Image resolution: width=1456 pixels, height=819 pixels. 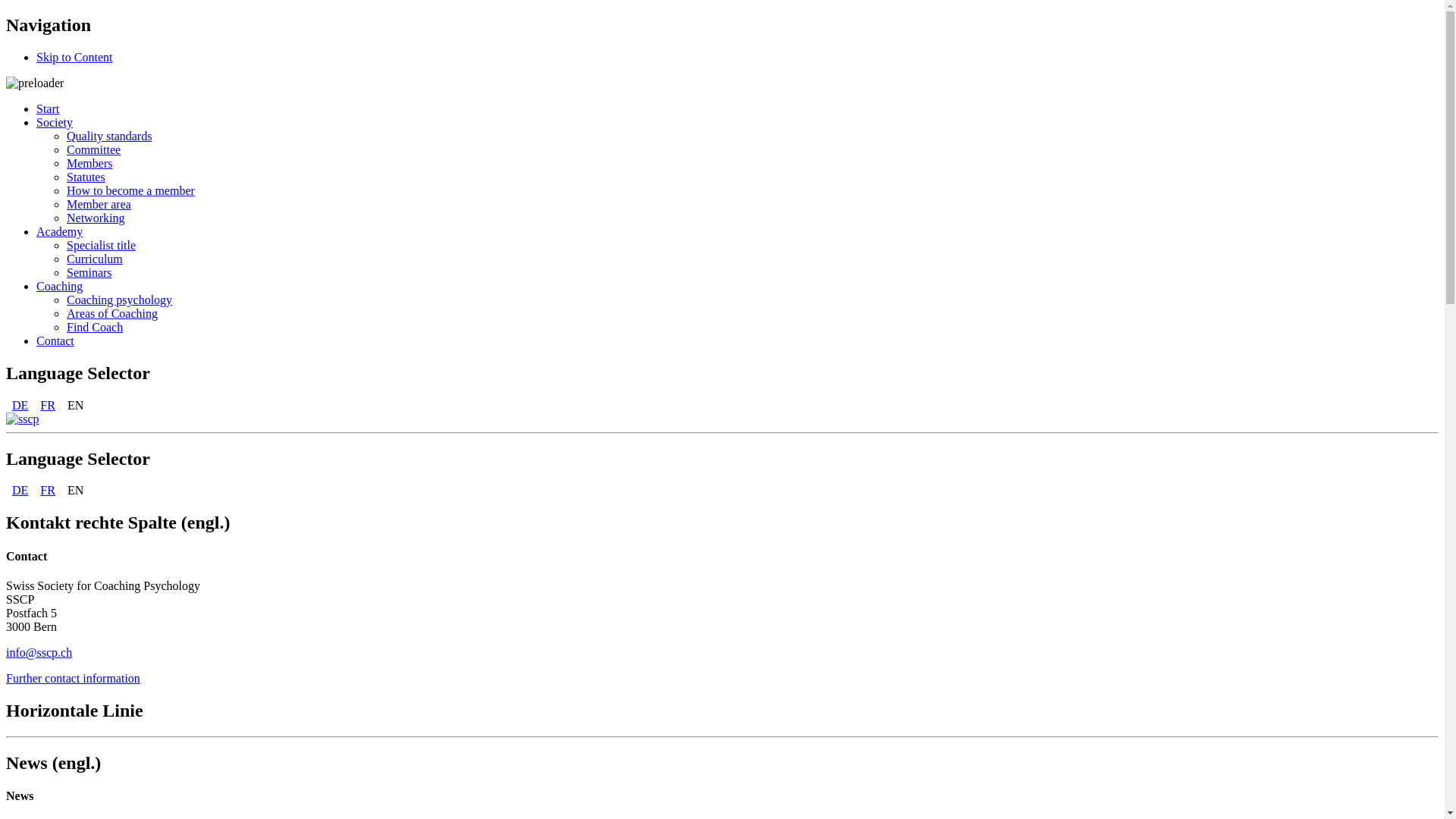 What do you see at coordinates (59, 231) in the screenshot?
I see `'Academy'` at bounding box center [59, 231].